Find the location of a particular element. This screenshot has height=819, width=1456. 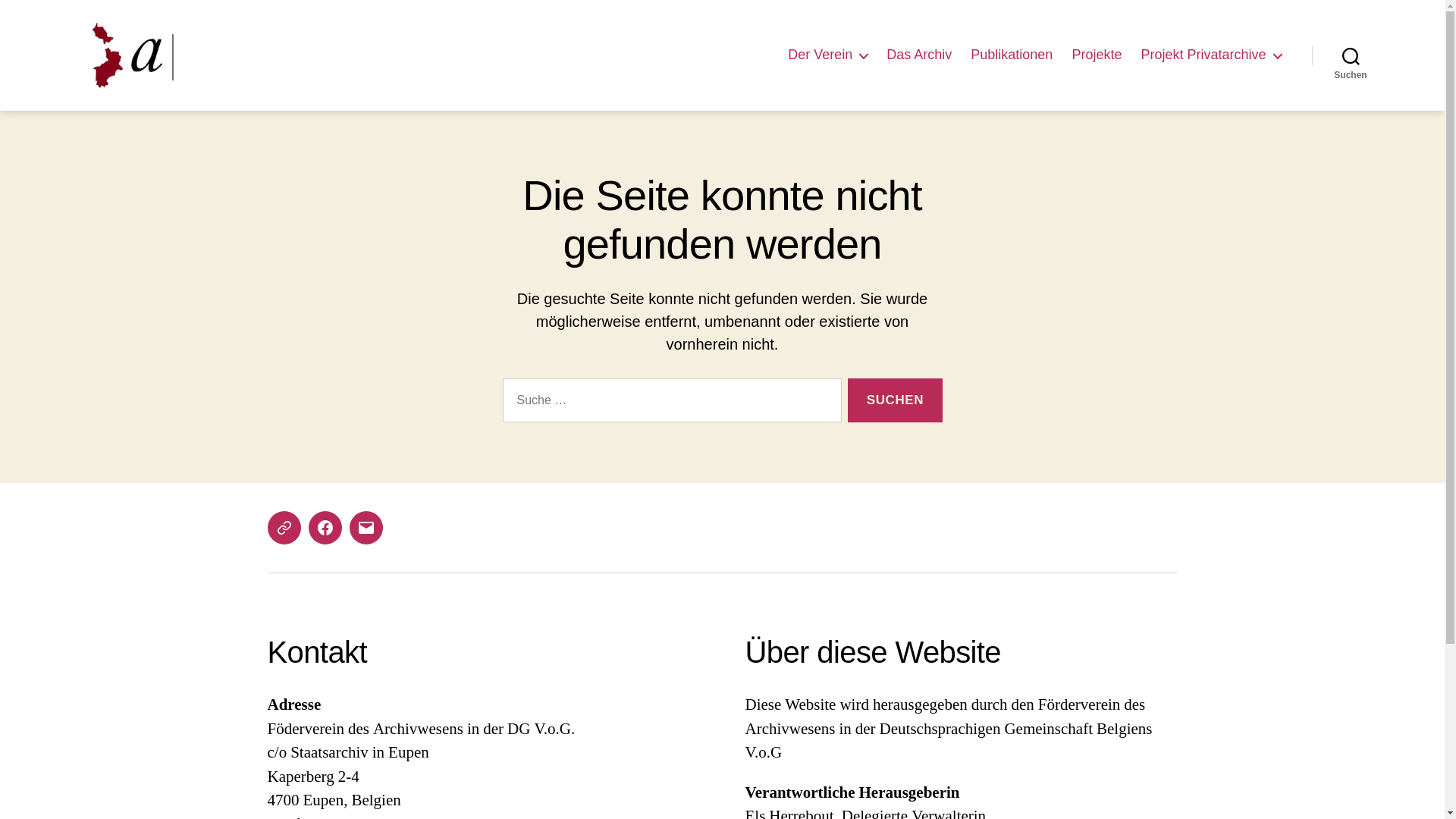

'Publikationen' is located at coordinates (1012, 55).